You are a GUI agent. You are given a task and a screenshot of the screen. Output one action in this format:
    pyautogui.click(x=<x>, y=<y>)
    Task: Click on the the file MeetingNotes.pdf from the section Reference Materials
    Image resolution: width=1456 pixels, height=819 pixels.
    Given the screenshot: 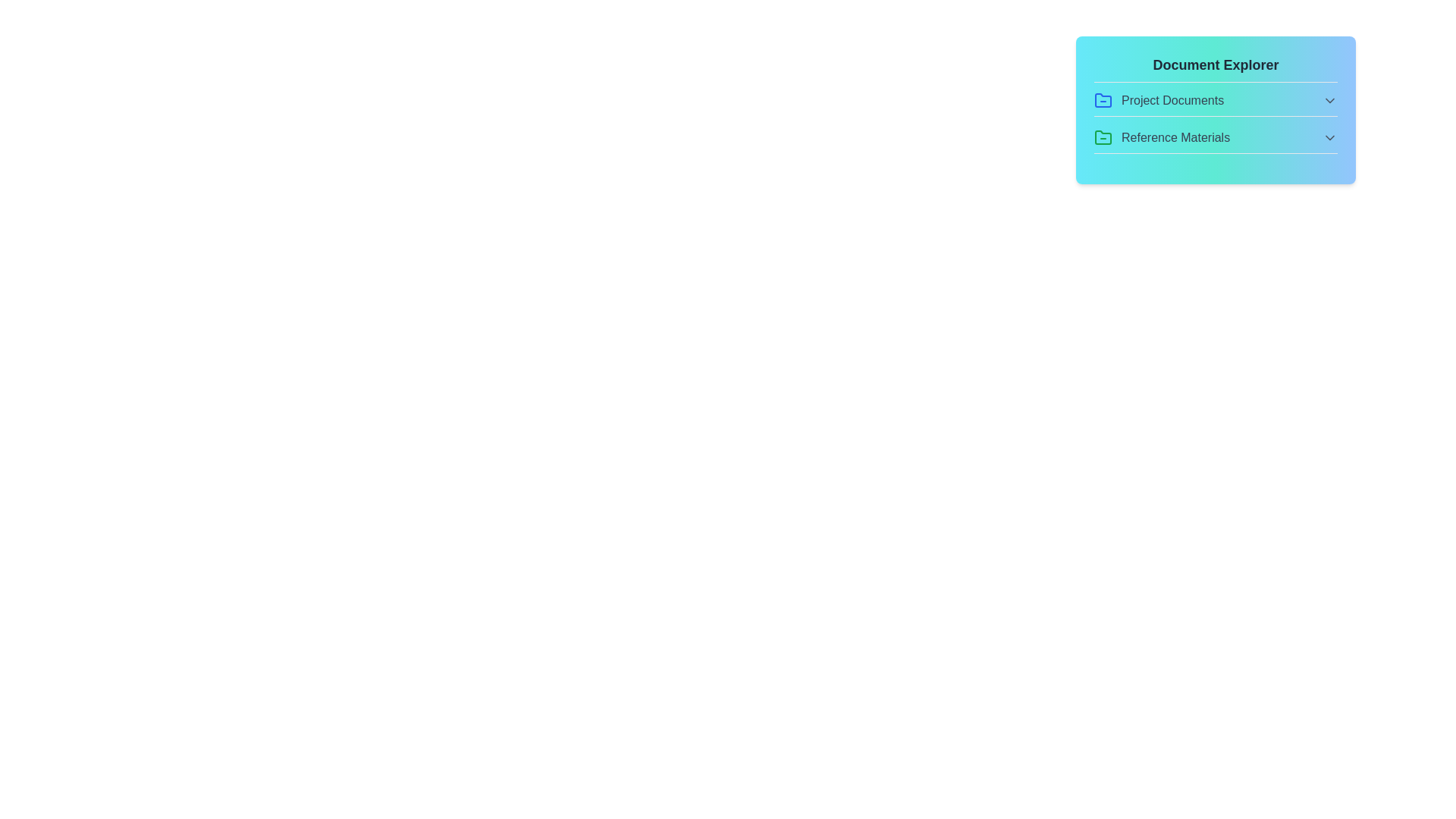 What is the action you would take?
    pyautogui.click(x=1216, y=141)
    